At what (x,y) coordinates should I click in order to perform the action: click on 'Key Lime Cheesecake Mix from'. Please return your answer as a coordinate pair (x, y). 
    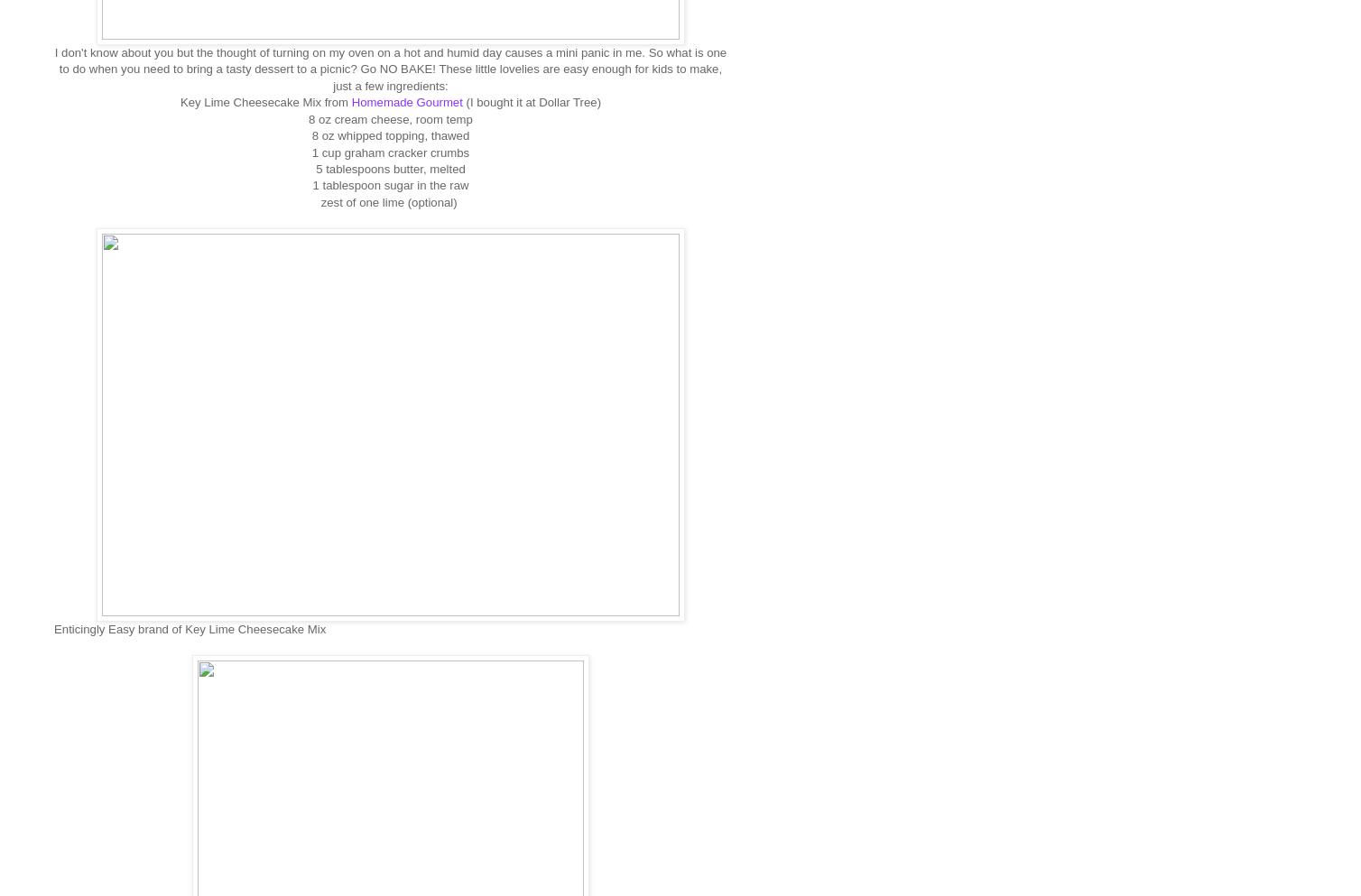
    Looking at the image, I should click on (264, 101).